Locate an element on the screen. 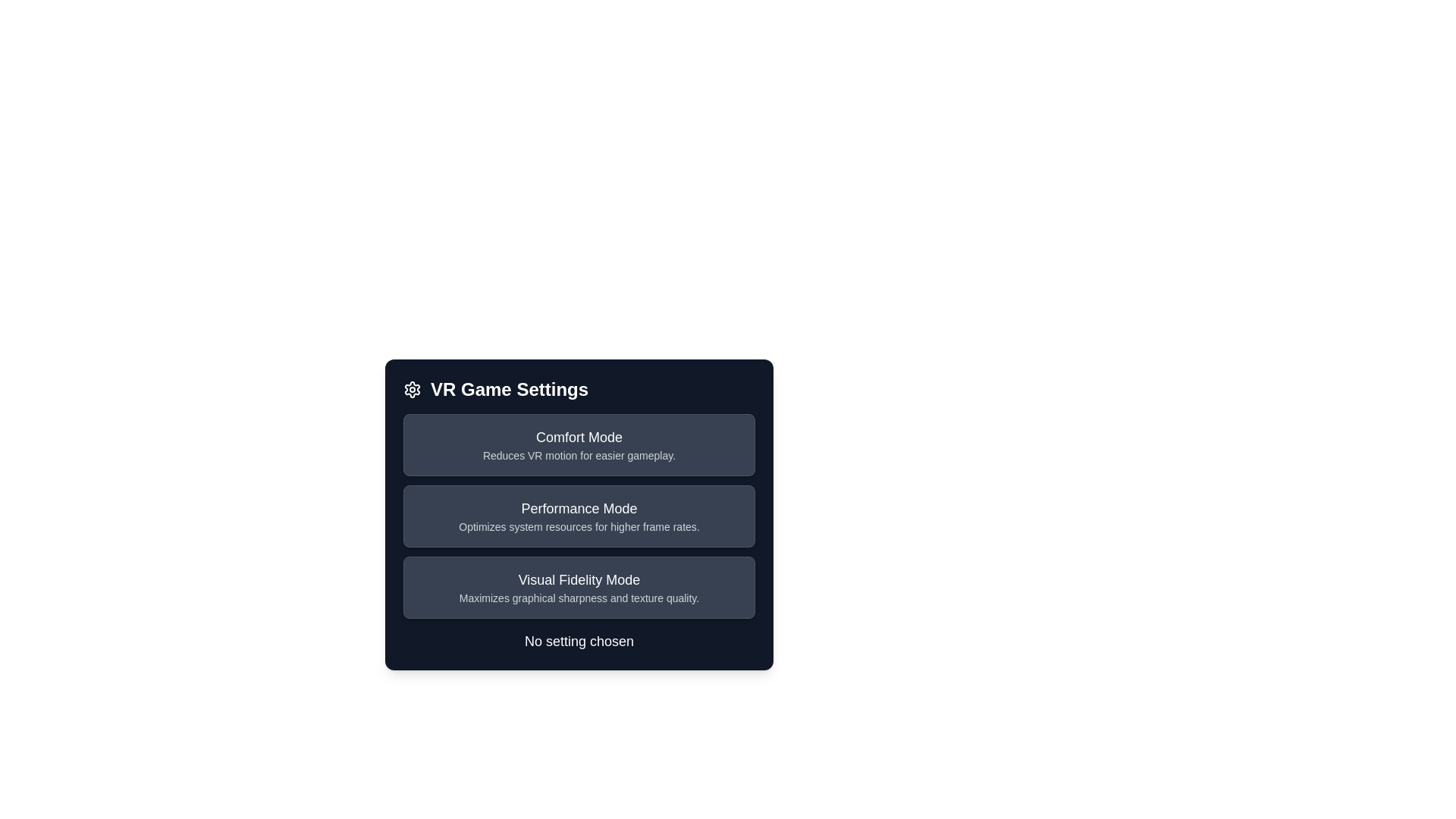 This screenshot has height=819, width=1456. the gear icon located to the left of the 'VR Game Settings' heading, which has a line-art design and a dark rectangular background is located at coordinates (412, 388).